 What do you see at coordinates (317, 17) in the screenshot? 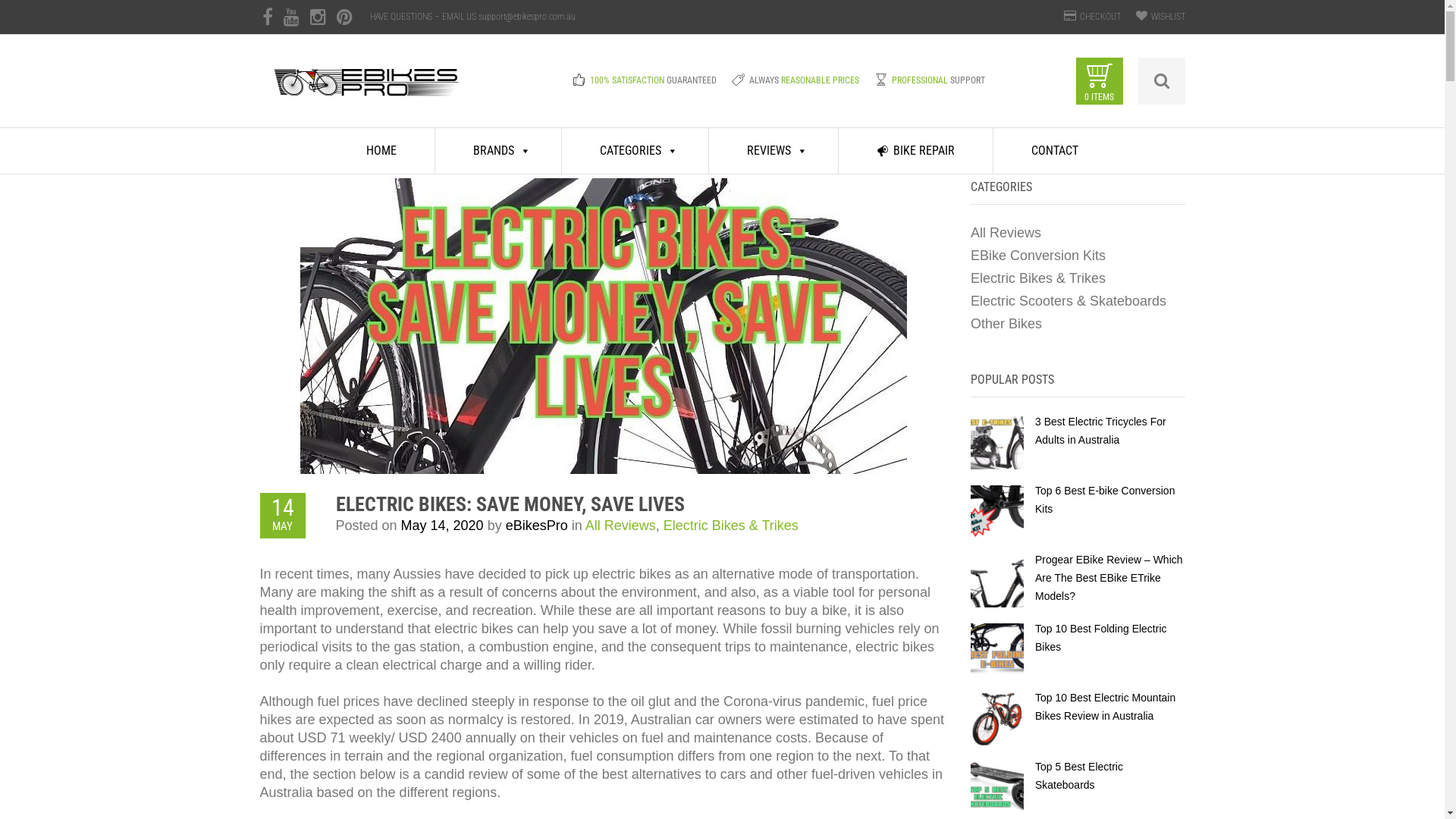
I see `'Connect us'` at bounding box center [317, 17].